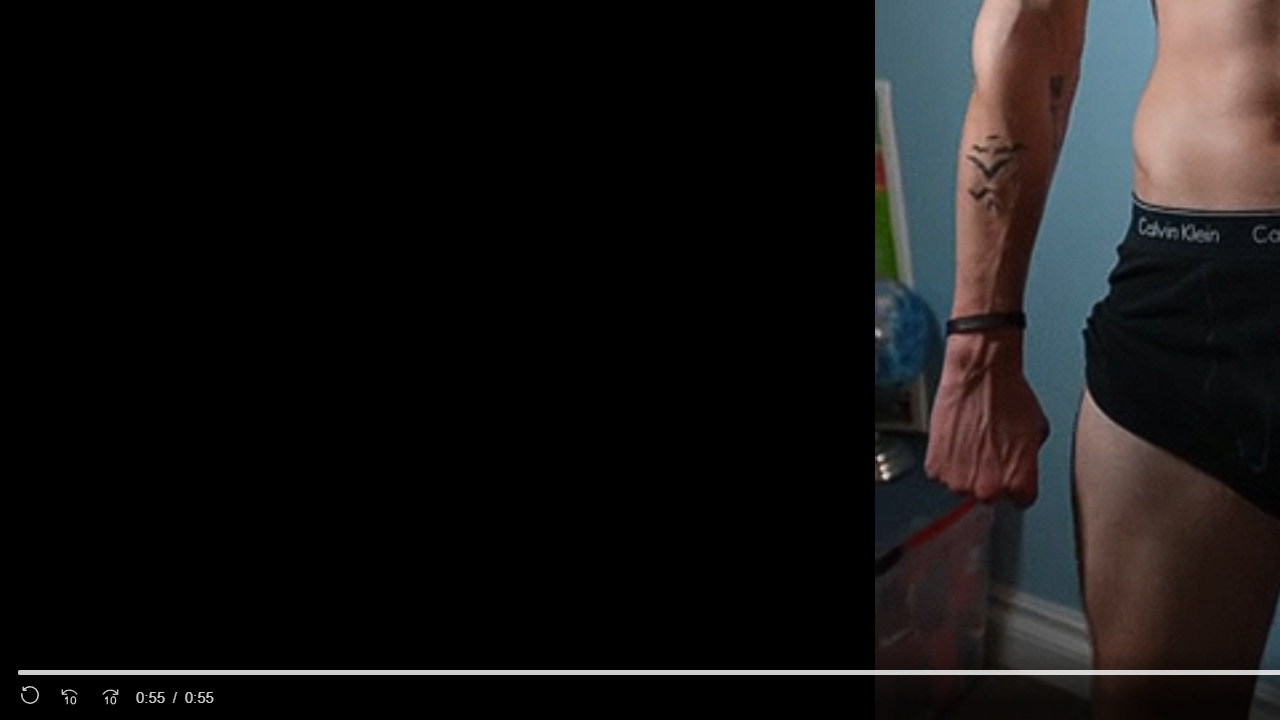  What do you see at coordinates (109, 696) in the screenshot?
I see `'Seek Forward'` at bounding box center [109, 696].